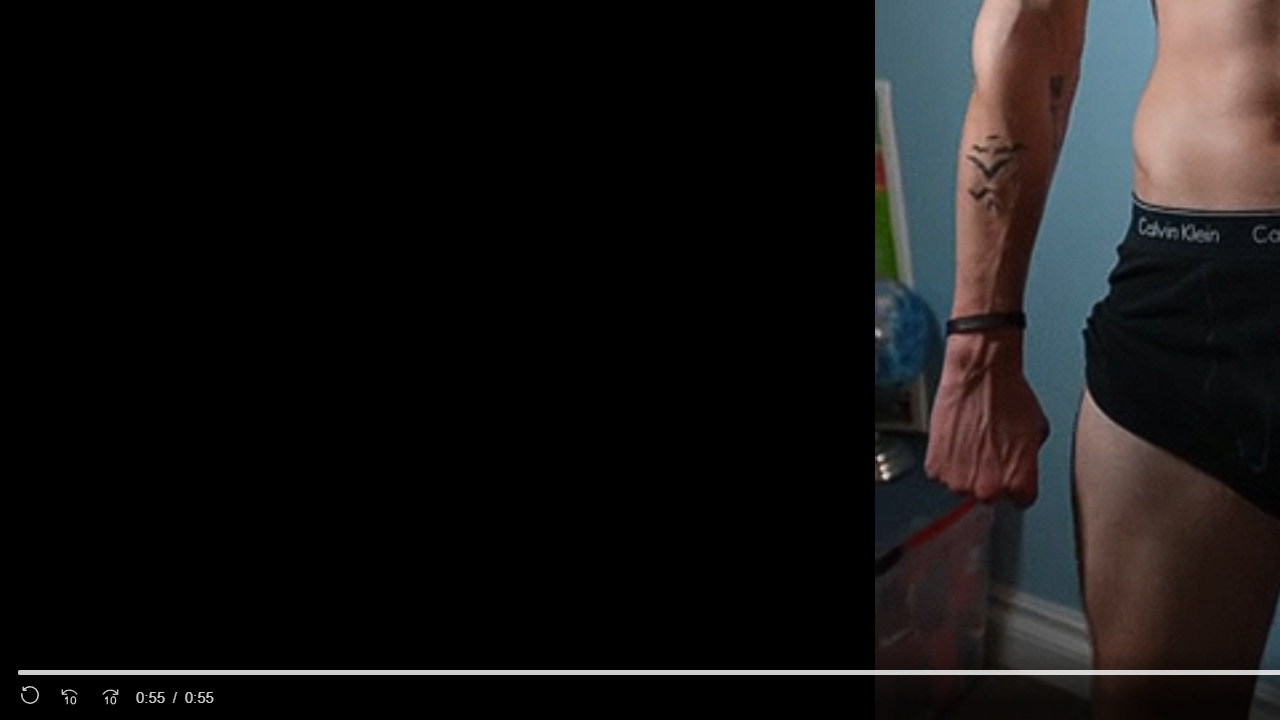  What do you see at coordinates (109, 696) in the screenshot?
I see `'Seek Forward'` at bounding box center [109, 696].